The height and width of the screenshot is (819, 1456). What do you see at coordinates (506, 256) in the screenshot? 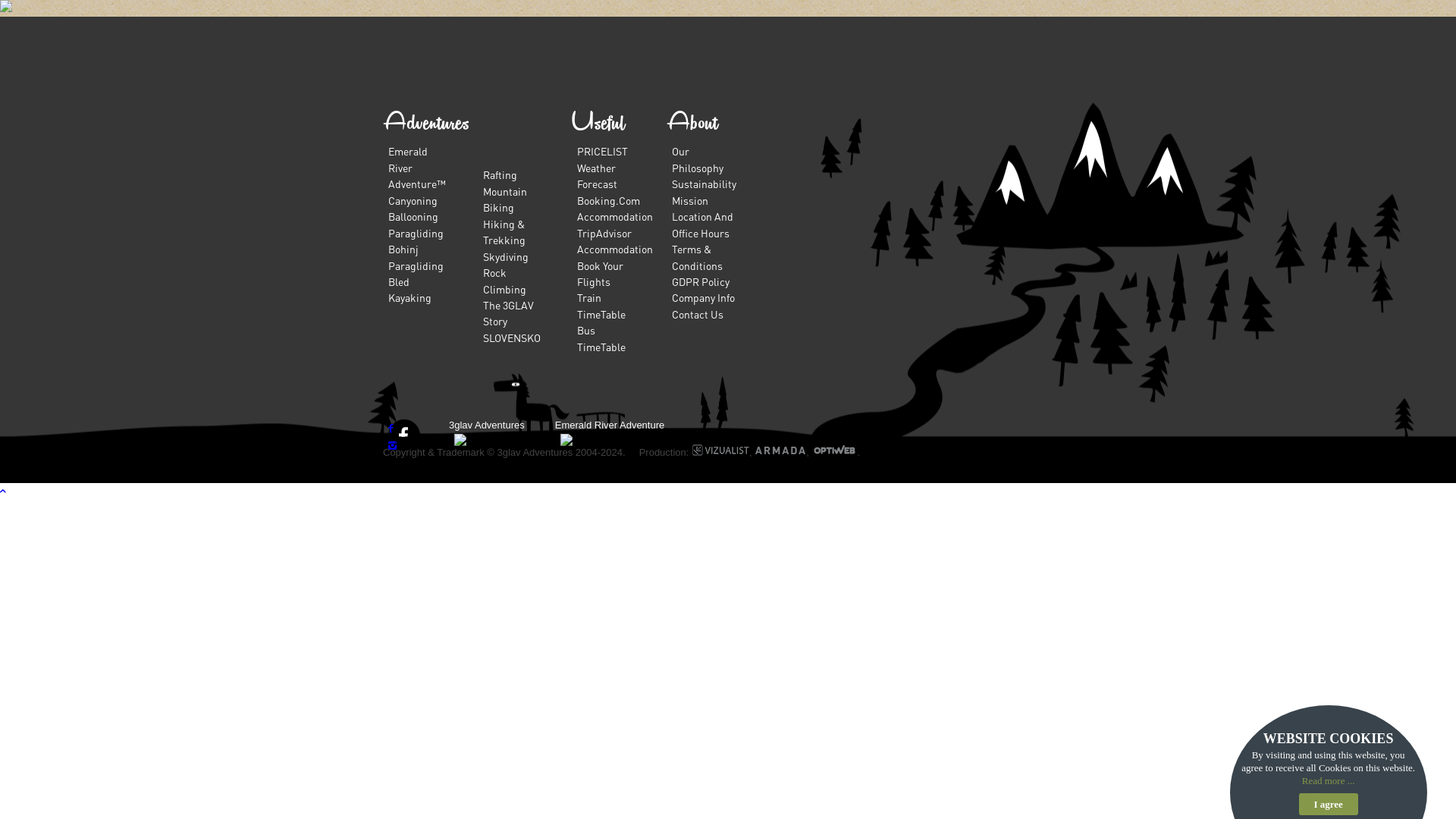
I see `'Skydiving'` at bounding box center [506, 256].